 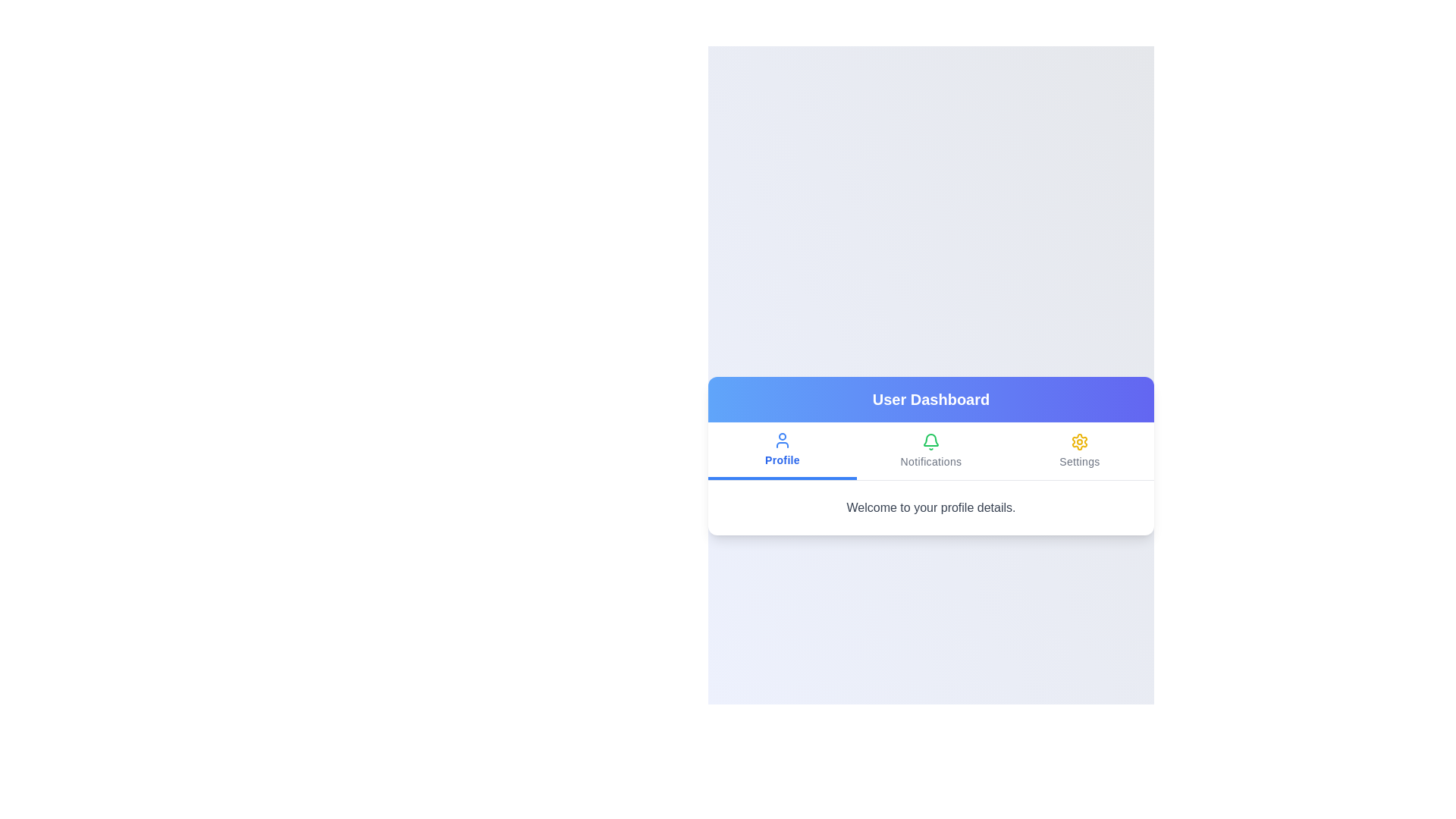 I want to click on the Notifications tab, so click(x=930, y=450).